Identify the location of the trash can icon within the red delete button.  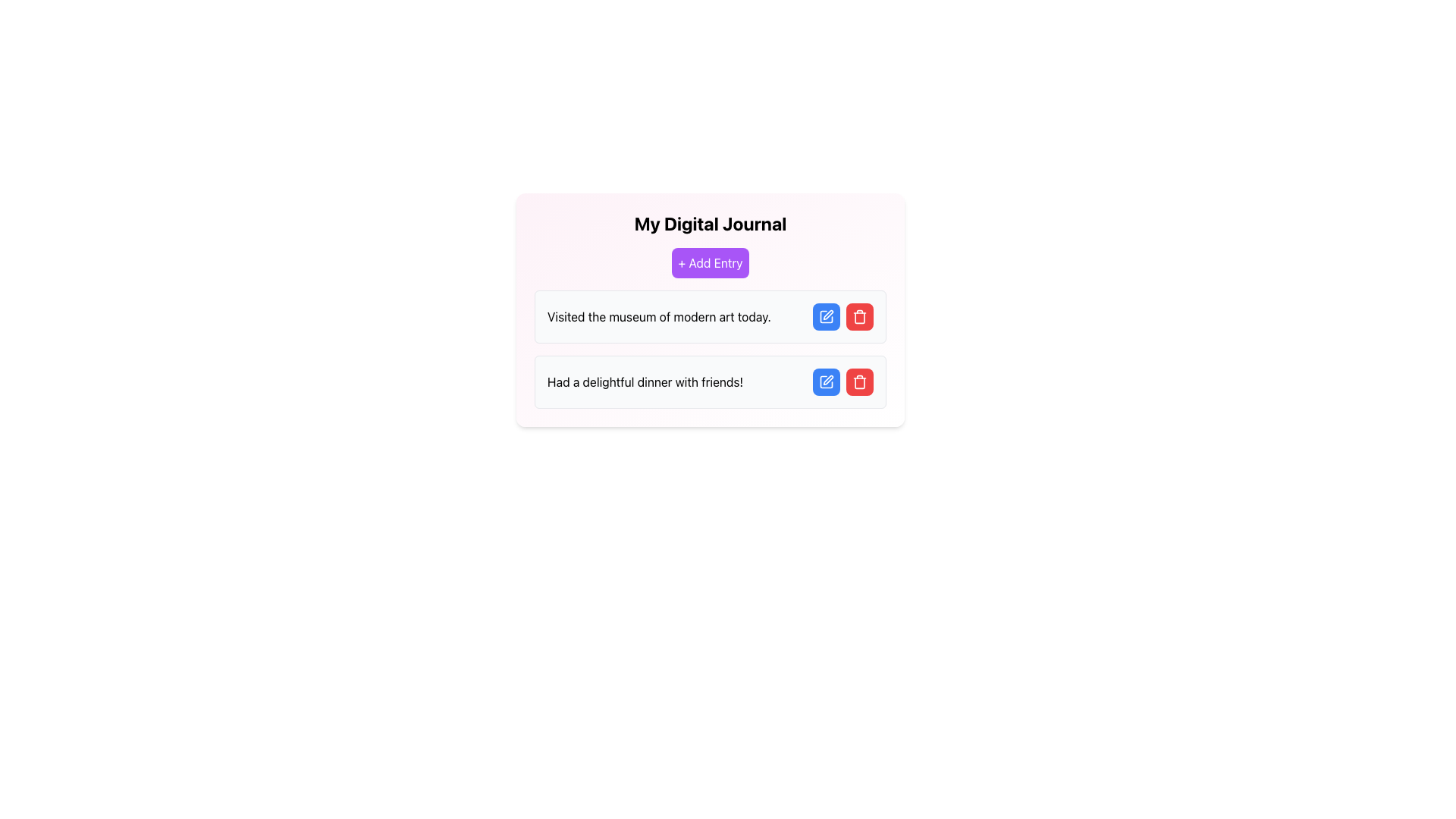
(859, 381).